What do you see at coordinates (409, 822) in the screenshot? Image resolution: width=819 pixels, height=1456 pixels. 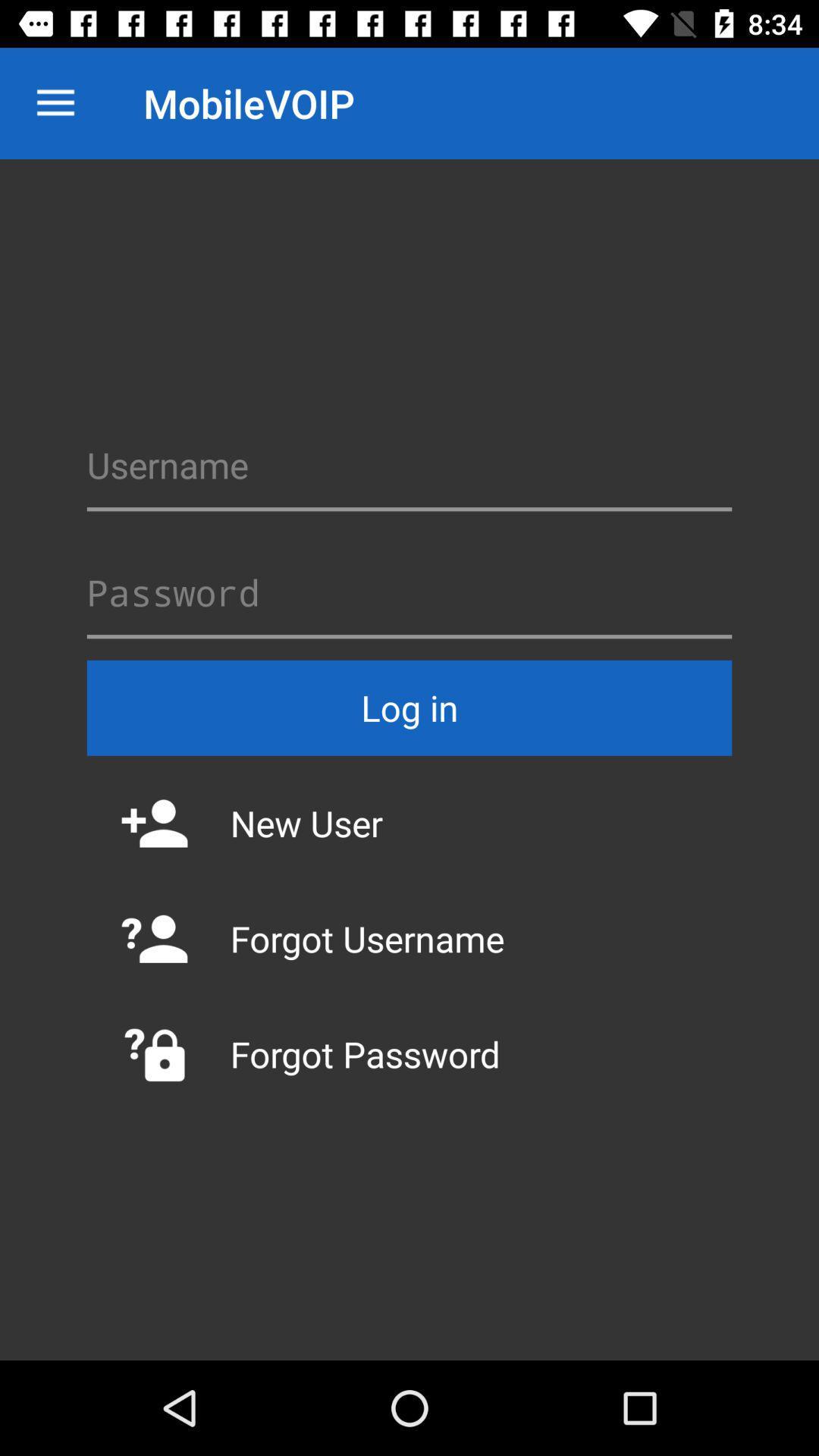 I see `icon above forgot username icon` at bounding box center [409, 822].